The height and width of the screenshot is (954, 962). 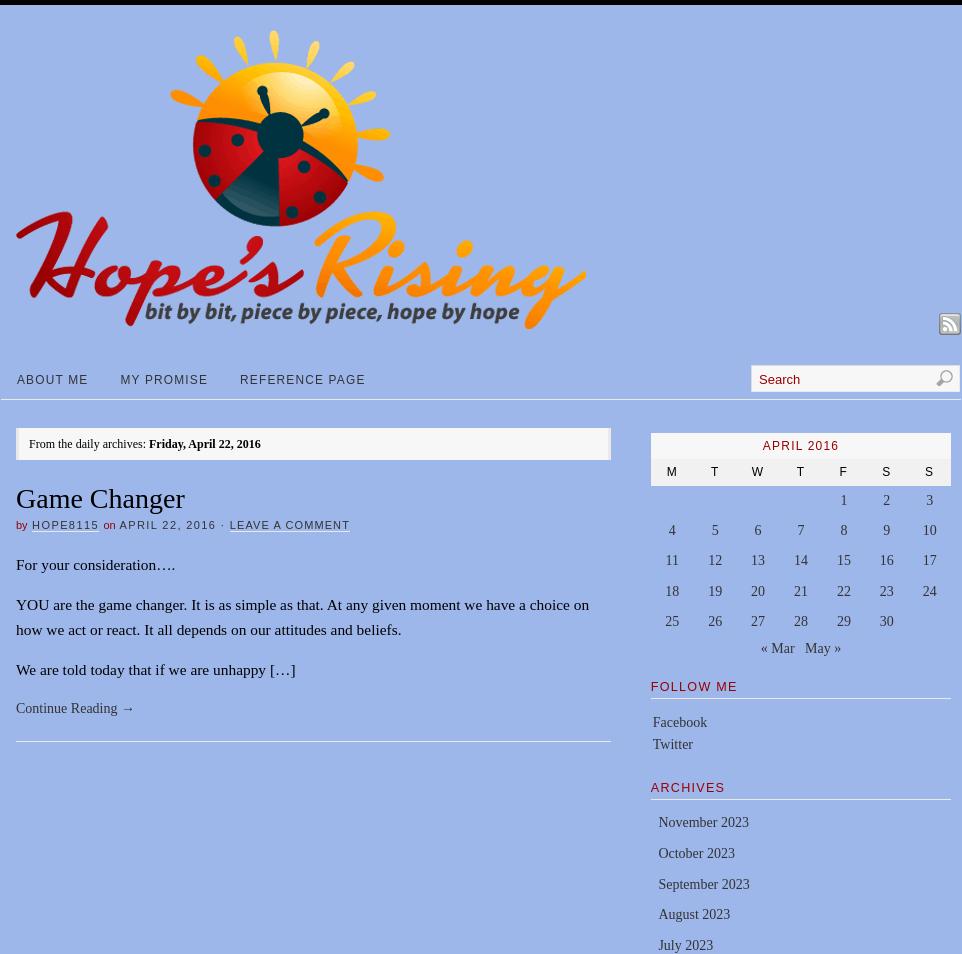 What do you see at coordinates (757, 528) in the screenshot?
I see `'6'` at bounding box center [757, 528].